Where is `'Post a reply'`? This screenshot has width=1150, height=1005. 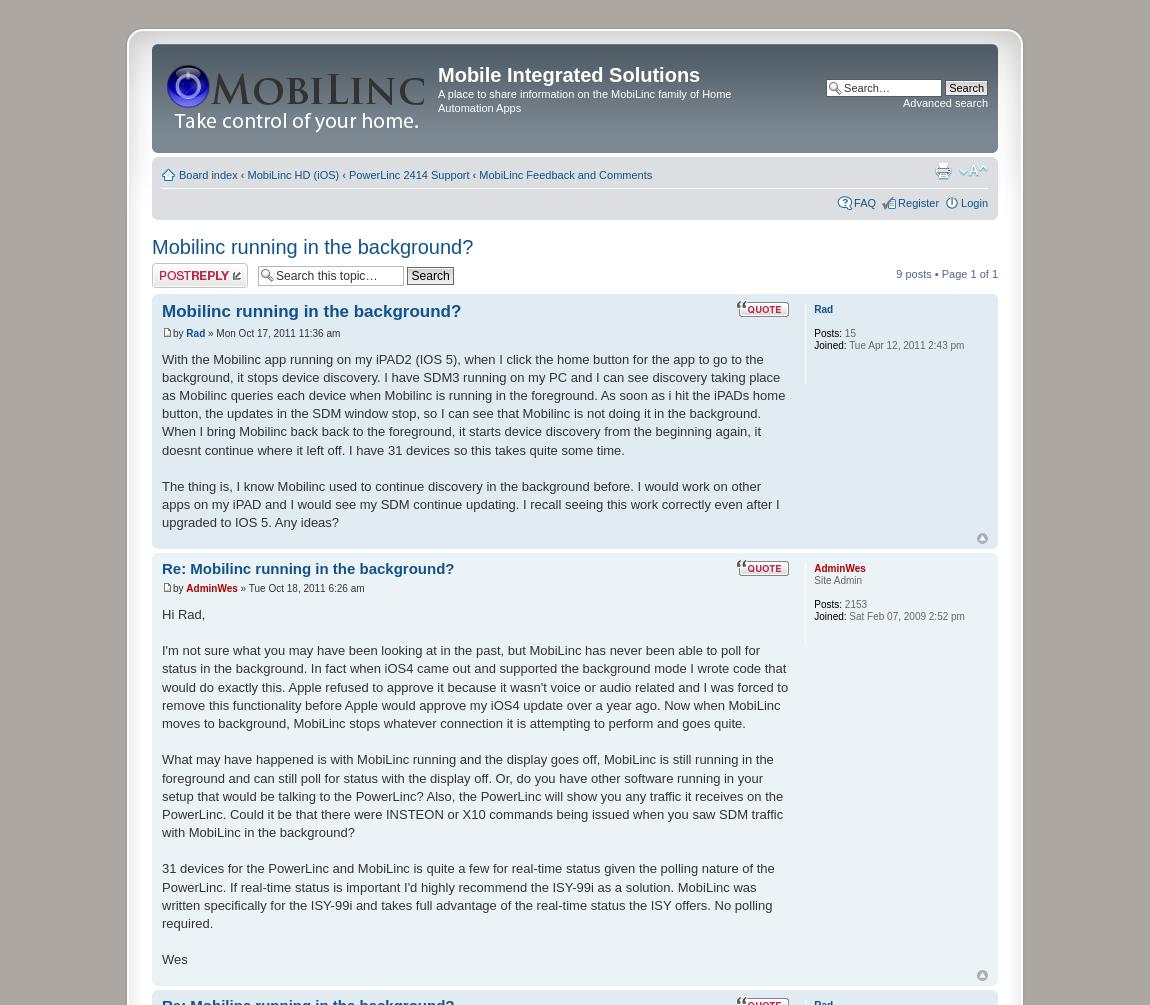 'Post a reply' is located at coordinates (180, 268).